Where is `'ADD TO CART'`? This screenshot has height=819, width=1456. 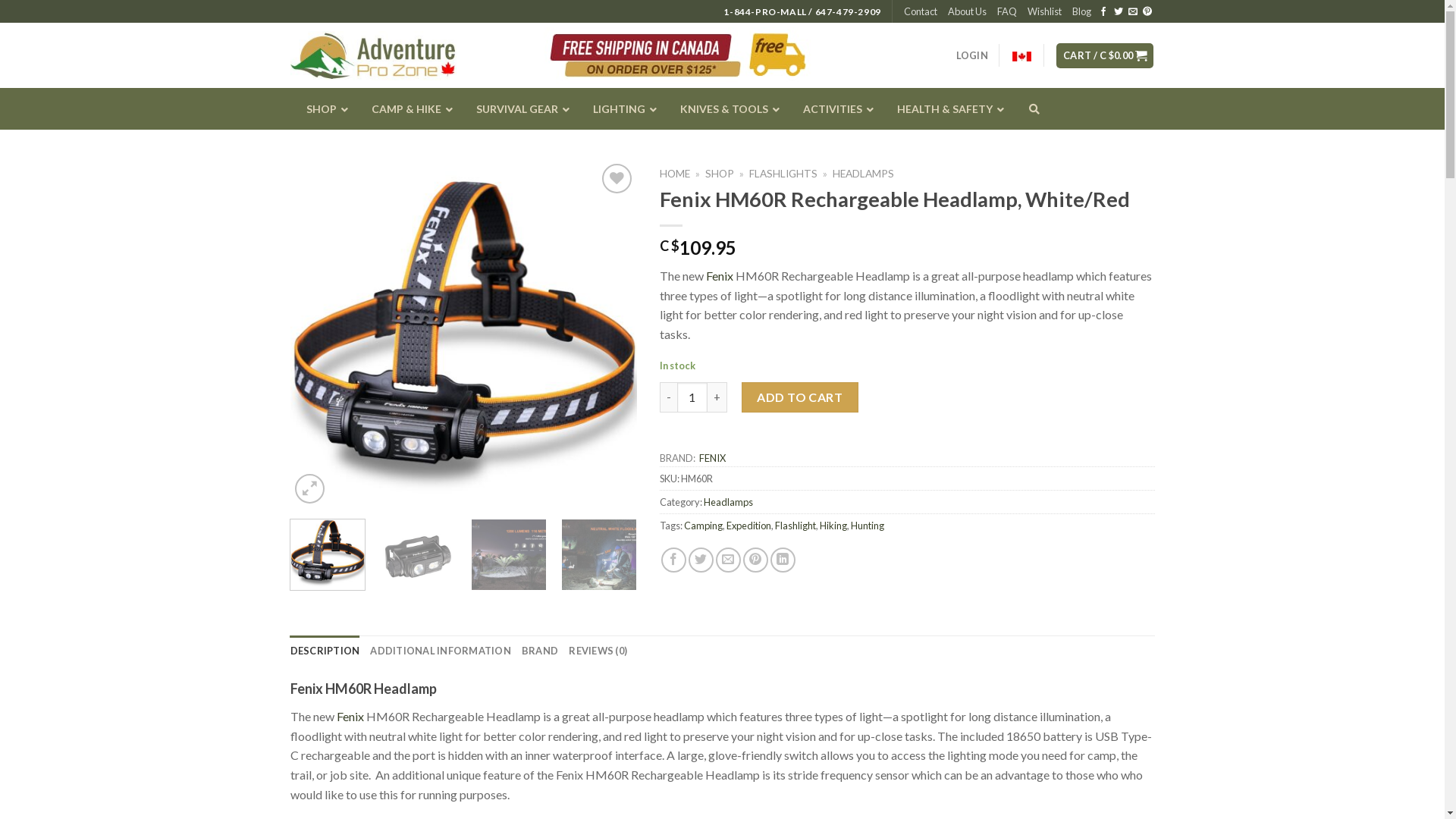 'ADD TO CART' is located at coordinates (742, 397).